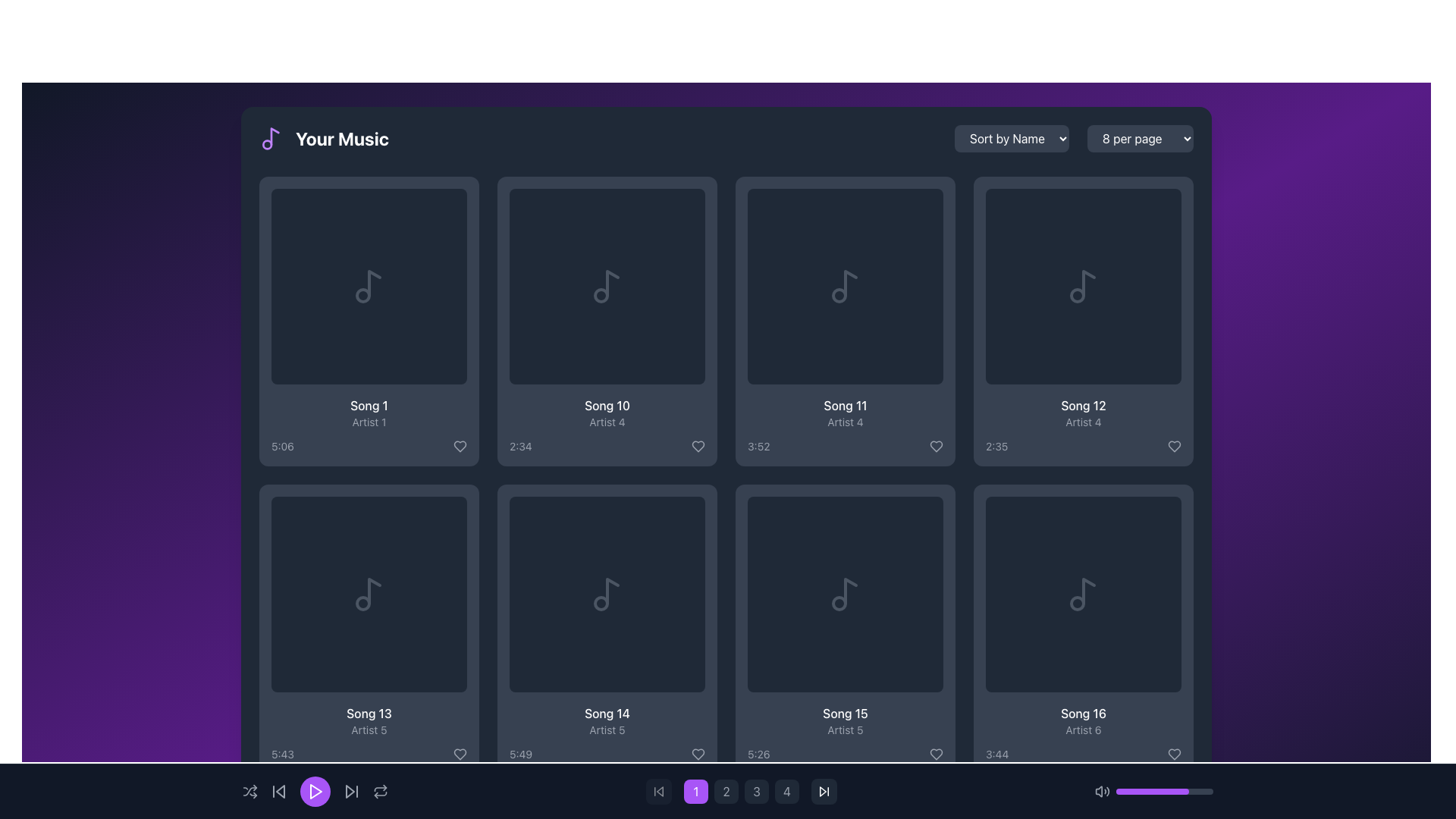 The image size is (1456, 819). Describe the element at coordinates (369, 593) in the screenshot. I see `the circular button with a purple background and a white play button icon, located centrally within the 'Song 13' card by 'Artist 5'` at that location.